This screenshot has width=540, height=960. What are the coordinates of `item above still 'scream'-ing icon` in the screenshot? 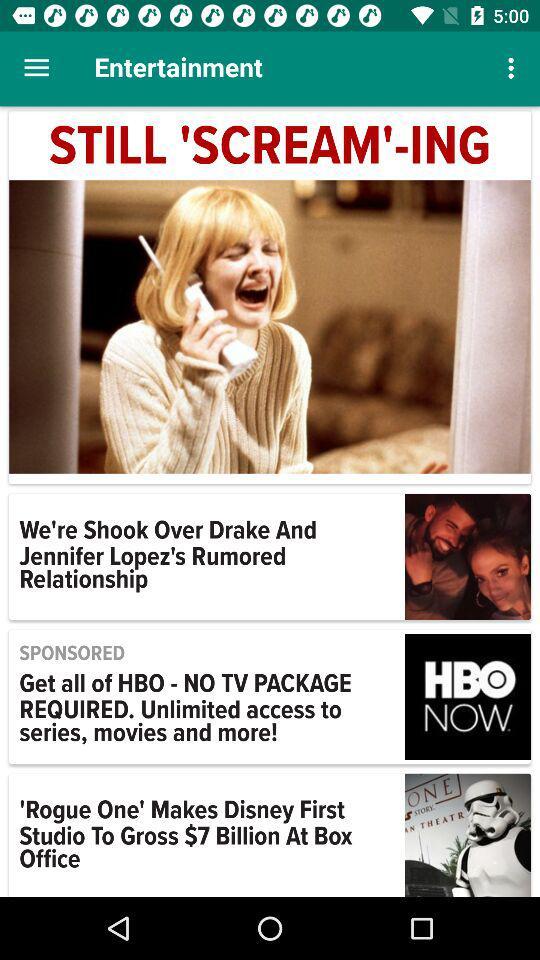 It's located at (36, 68).